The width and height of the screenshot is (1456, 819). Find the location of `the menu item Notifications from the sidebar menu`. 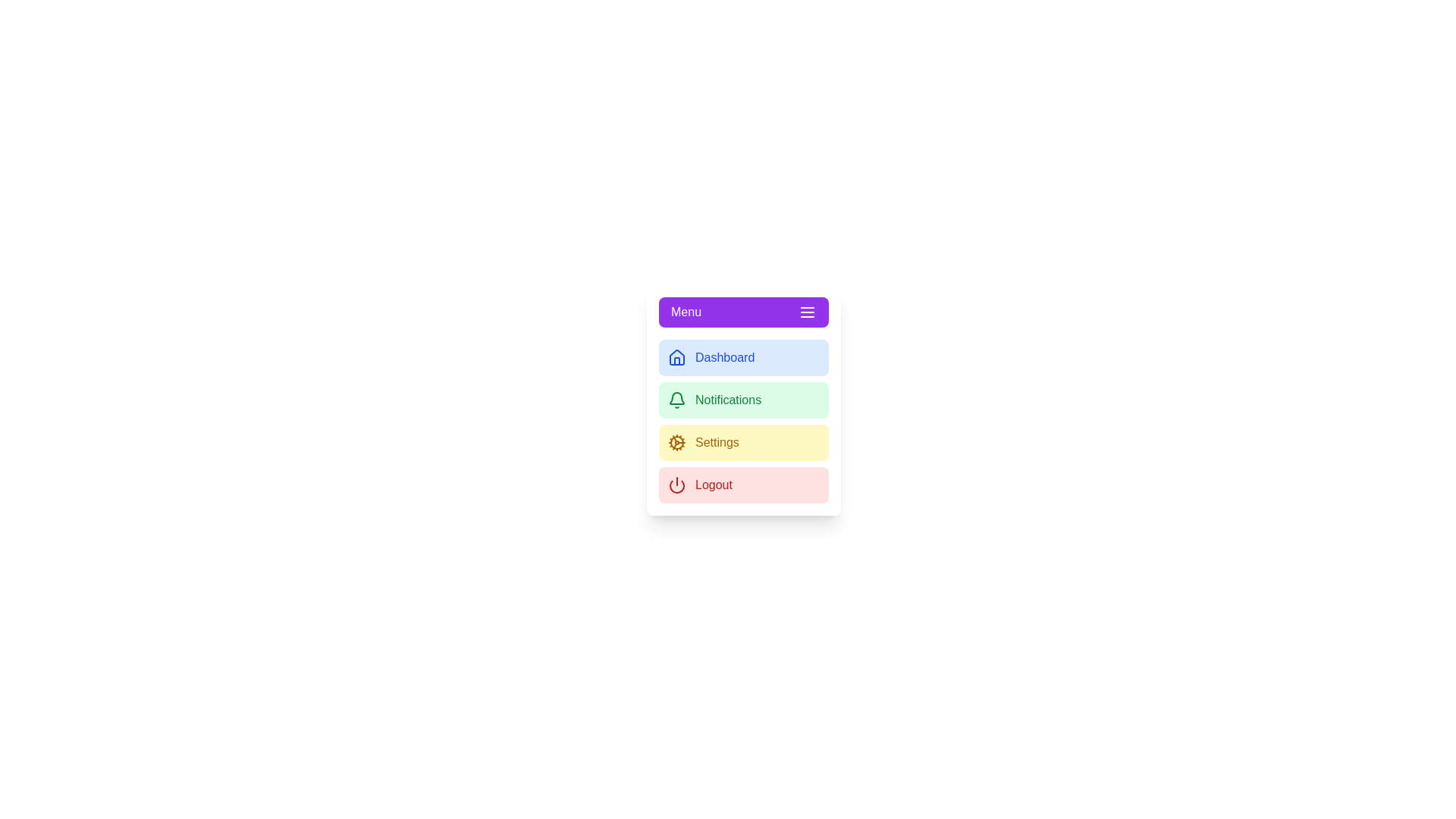

the menu item Notifications from the sidebar menu is located at coordinates (743, 400).